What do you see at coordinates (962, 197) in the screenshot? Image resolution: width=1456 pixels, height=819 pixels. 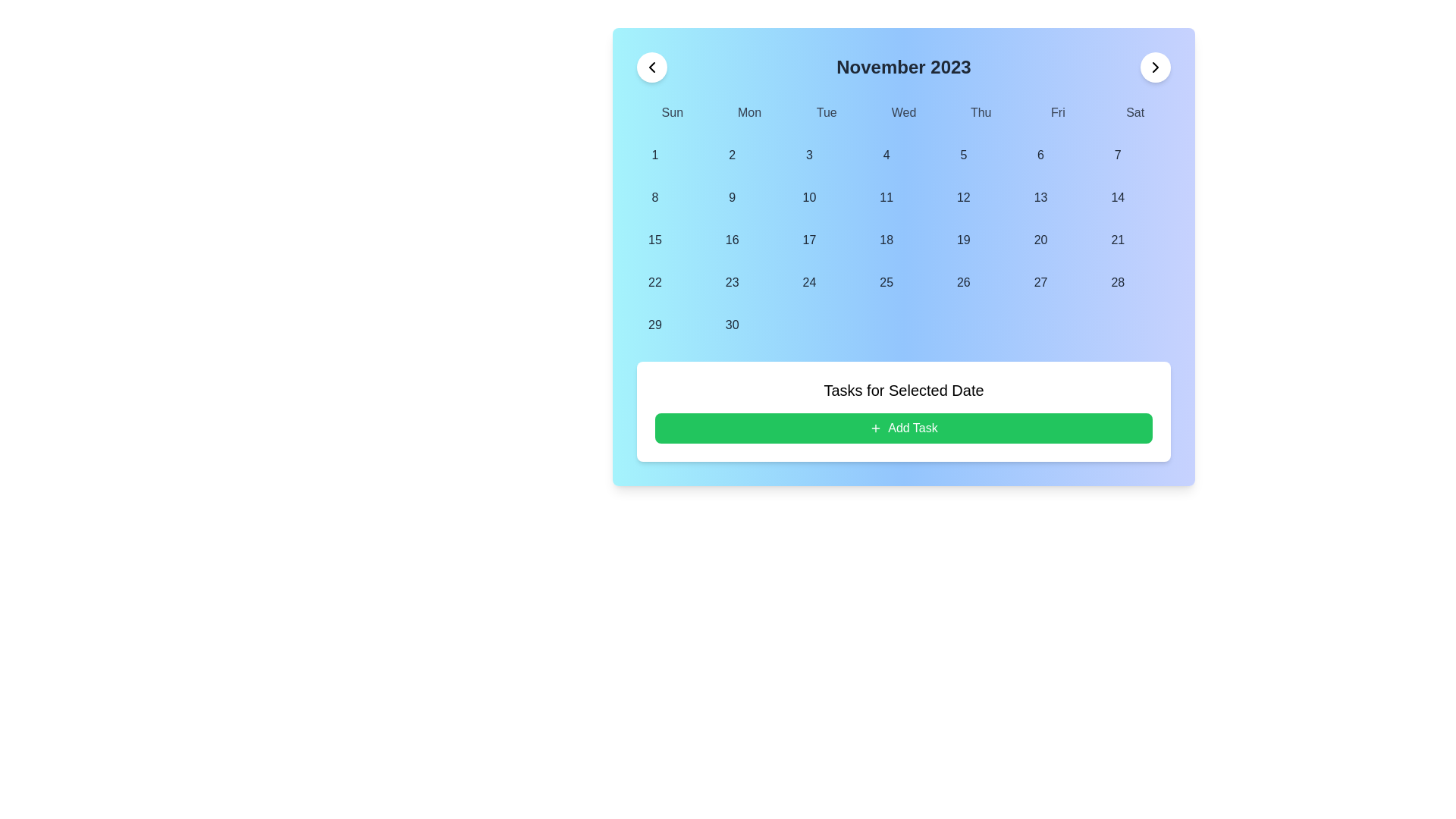 I see `the button representing the date '12' in the calendar interface` at bounding box center [962, 197].